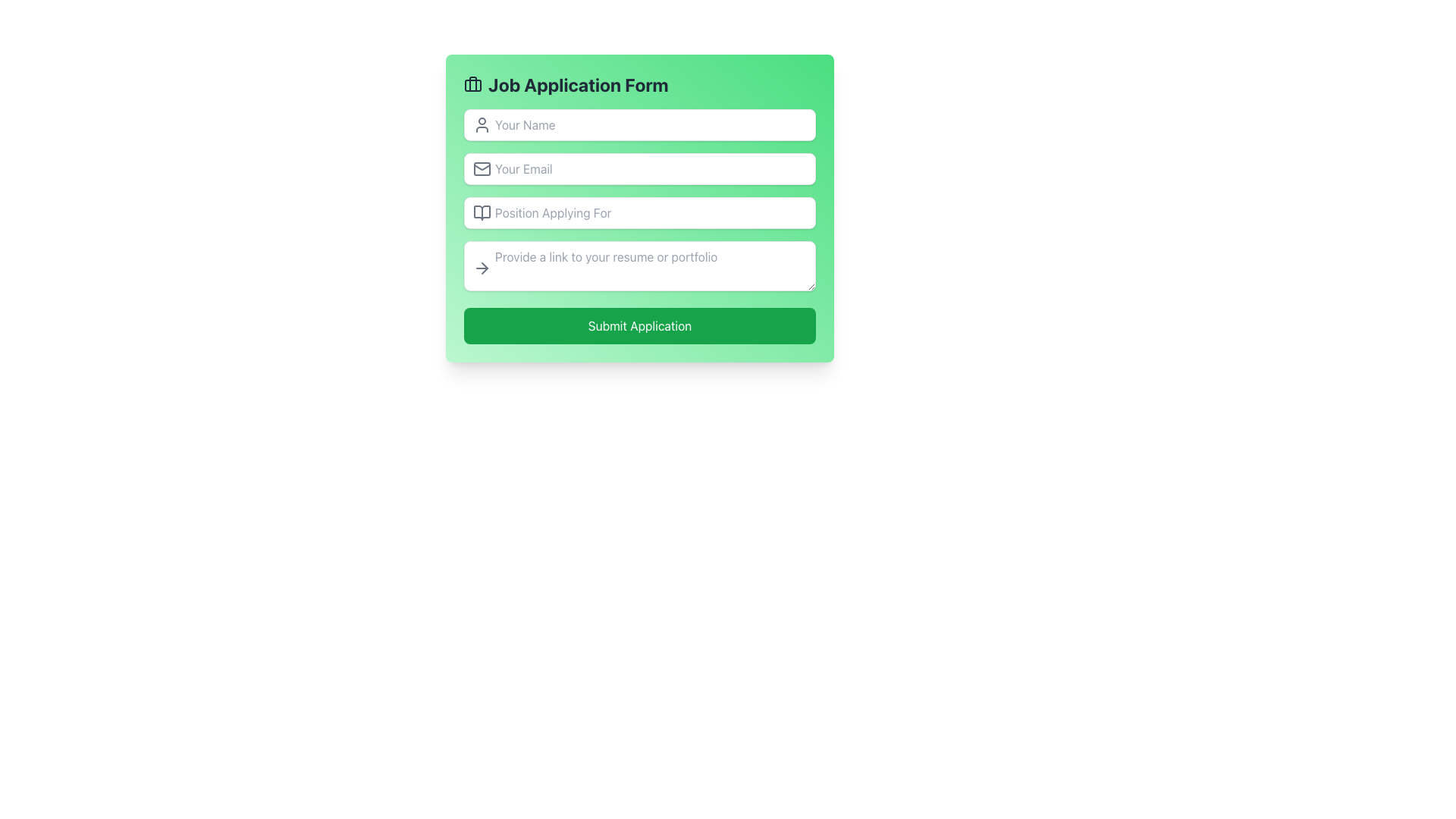 This screenshot has width=1456, height=819. I want to click on the text input field labeled 'Position Applying For' to focus on it, so click(640, 227).